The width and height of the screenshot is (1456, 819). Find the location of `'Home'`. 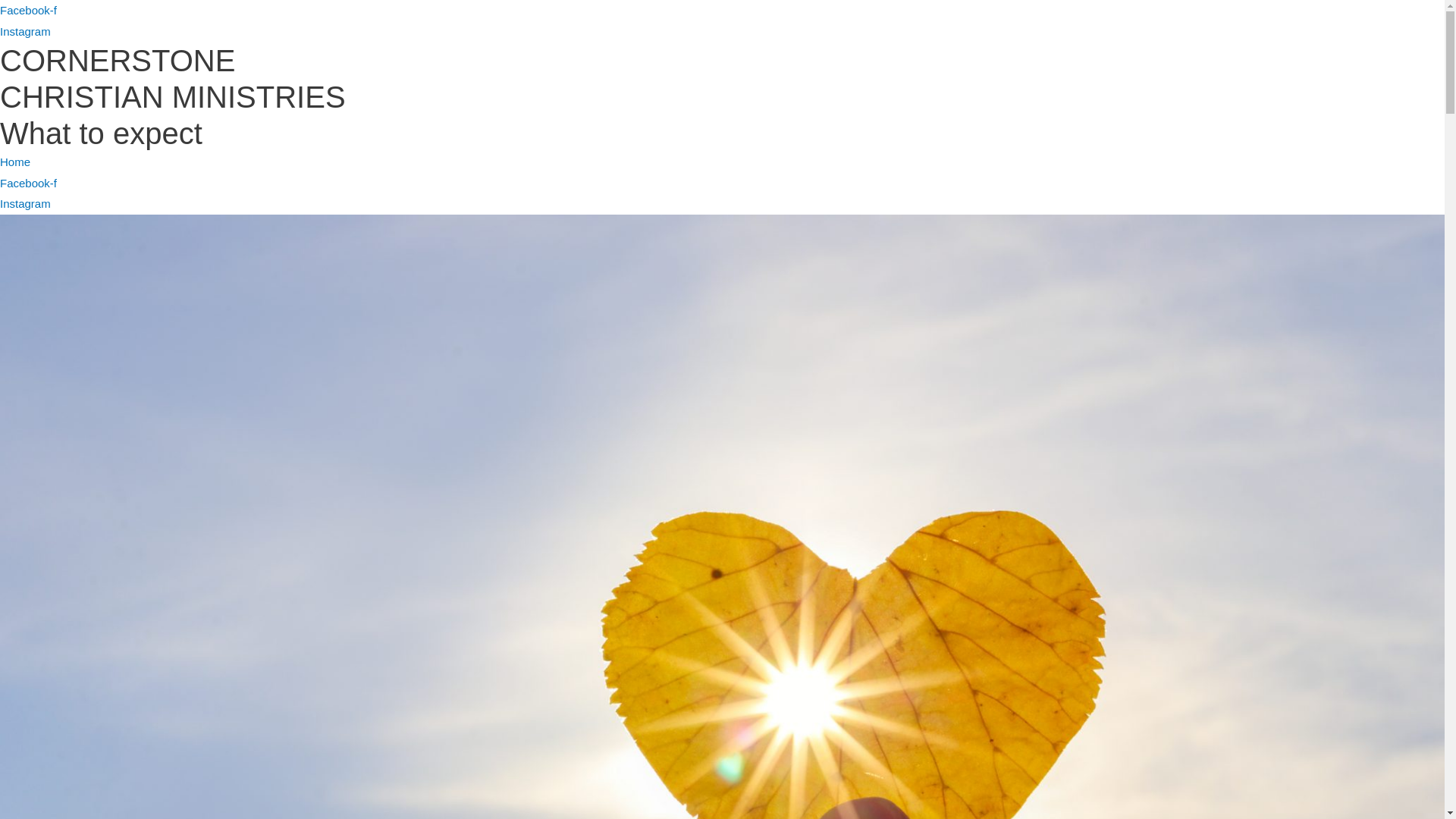

'Home' is located at coordinates (14, 162).